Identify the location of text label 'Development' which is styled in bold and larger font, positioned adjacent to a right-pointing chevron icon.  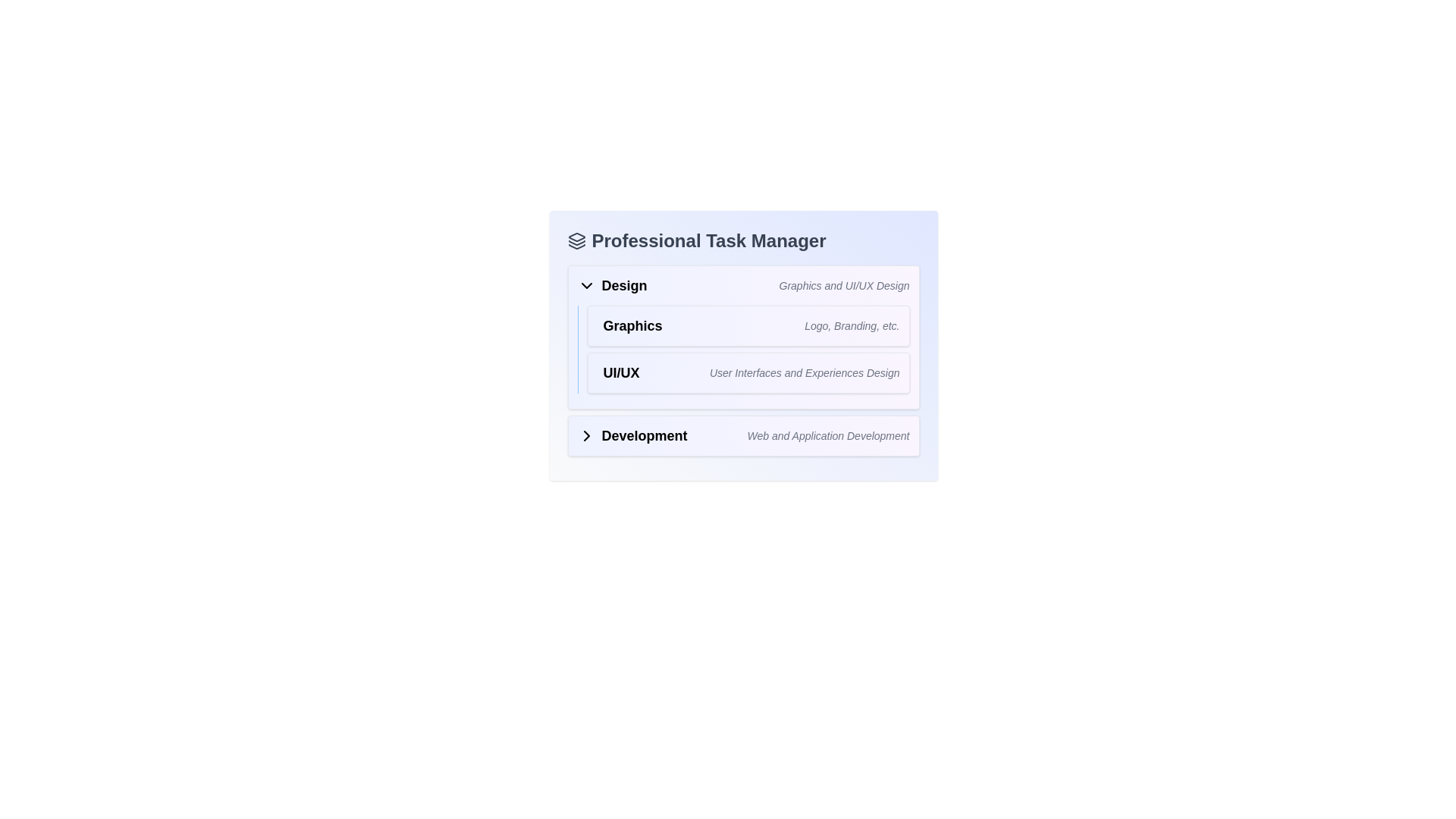
(632, 435).